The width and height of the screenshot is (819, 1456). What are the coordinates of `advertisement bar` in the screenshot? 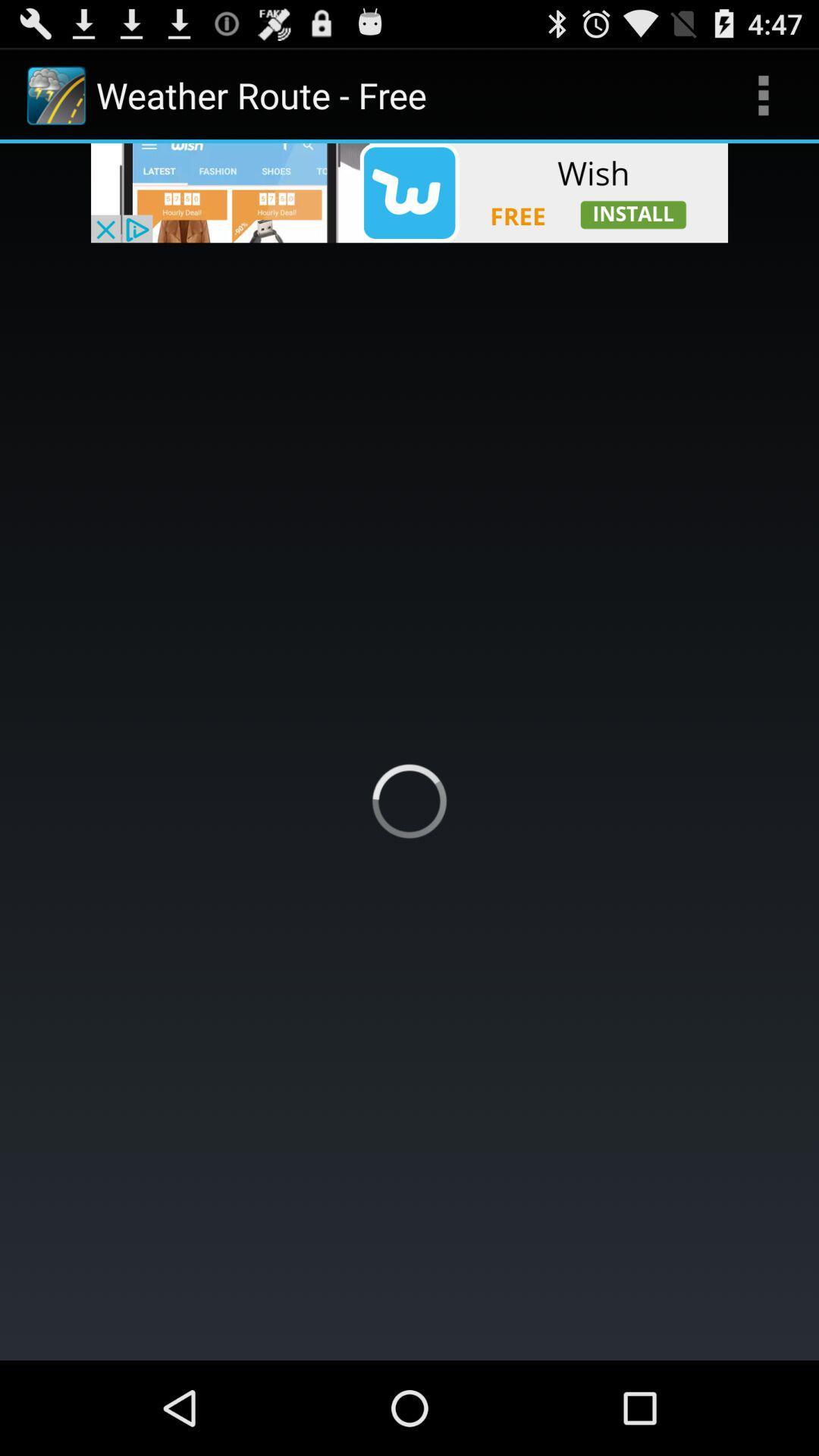 It's located at (409, 192).